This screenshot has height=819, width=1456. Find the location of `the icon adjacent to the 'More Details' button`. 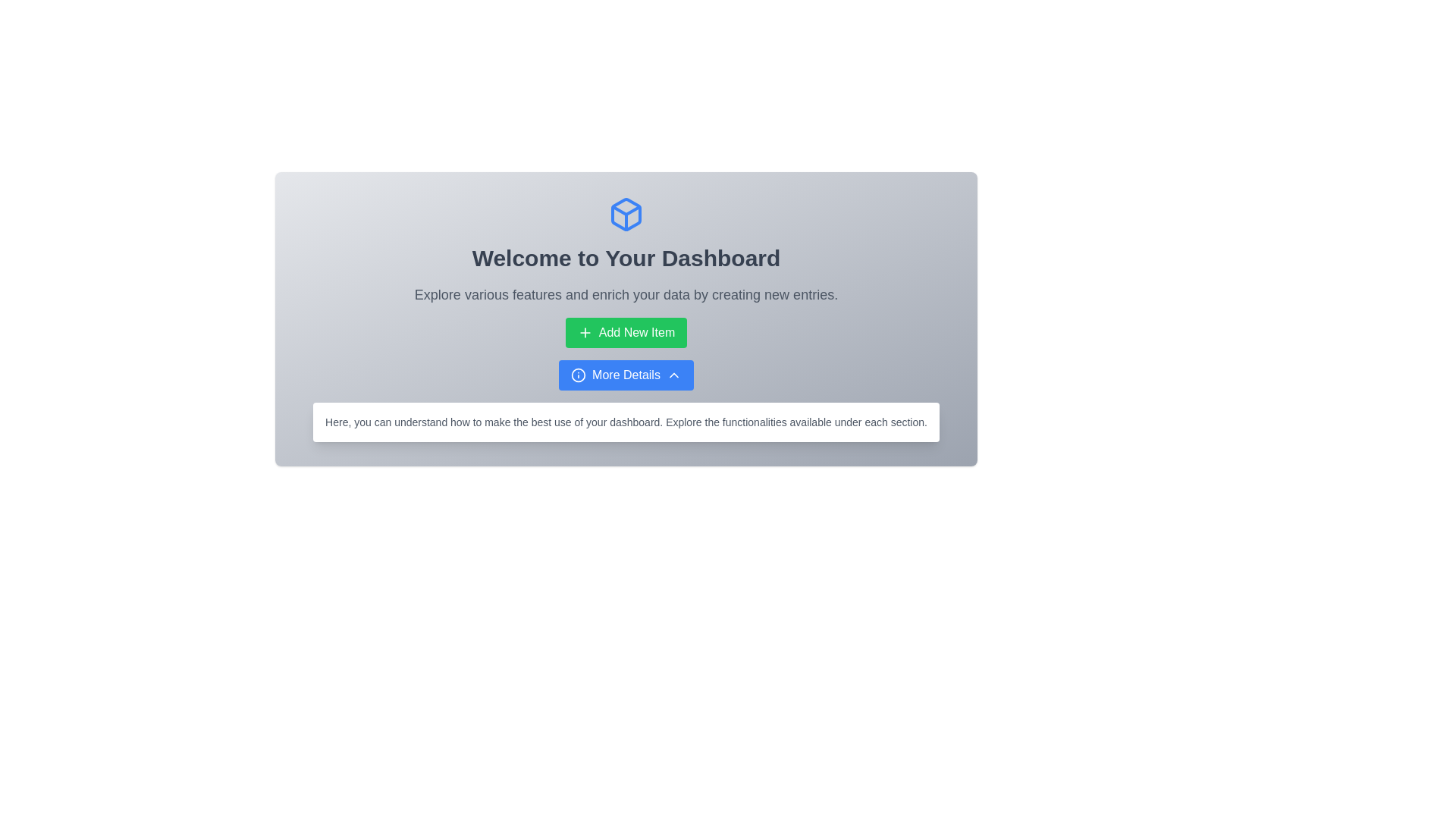

the icon adjacent to the 'More Details' button is located at coordinates (673, 375).